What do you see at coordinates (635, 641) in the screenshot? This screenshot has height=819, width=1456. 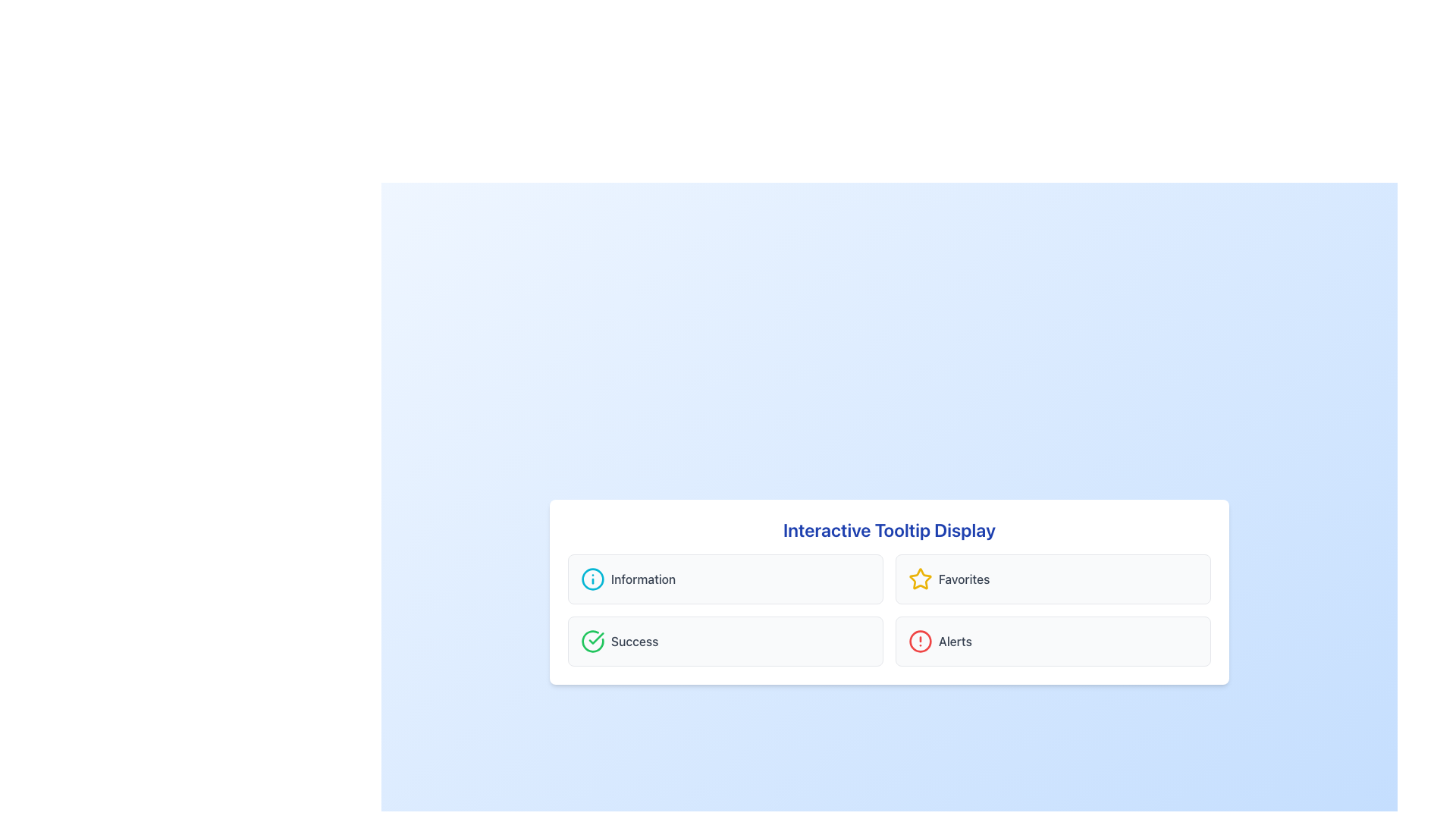 I see `the static text label that conveys a success message, located immediately to the right of the green circular checkmark icon in the bottom-left quadrant of the panel` at bounding box center [635, 641].